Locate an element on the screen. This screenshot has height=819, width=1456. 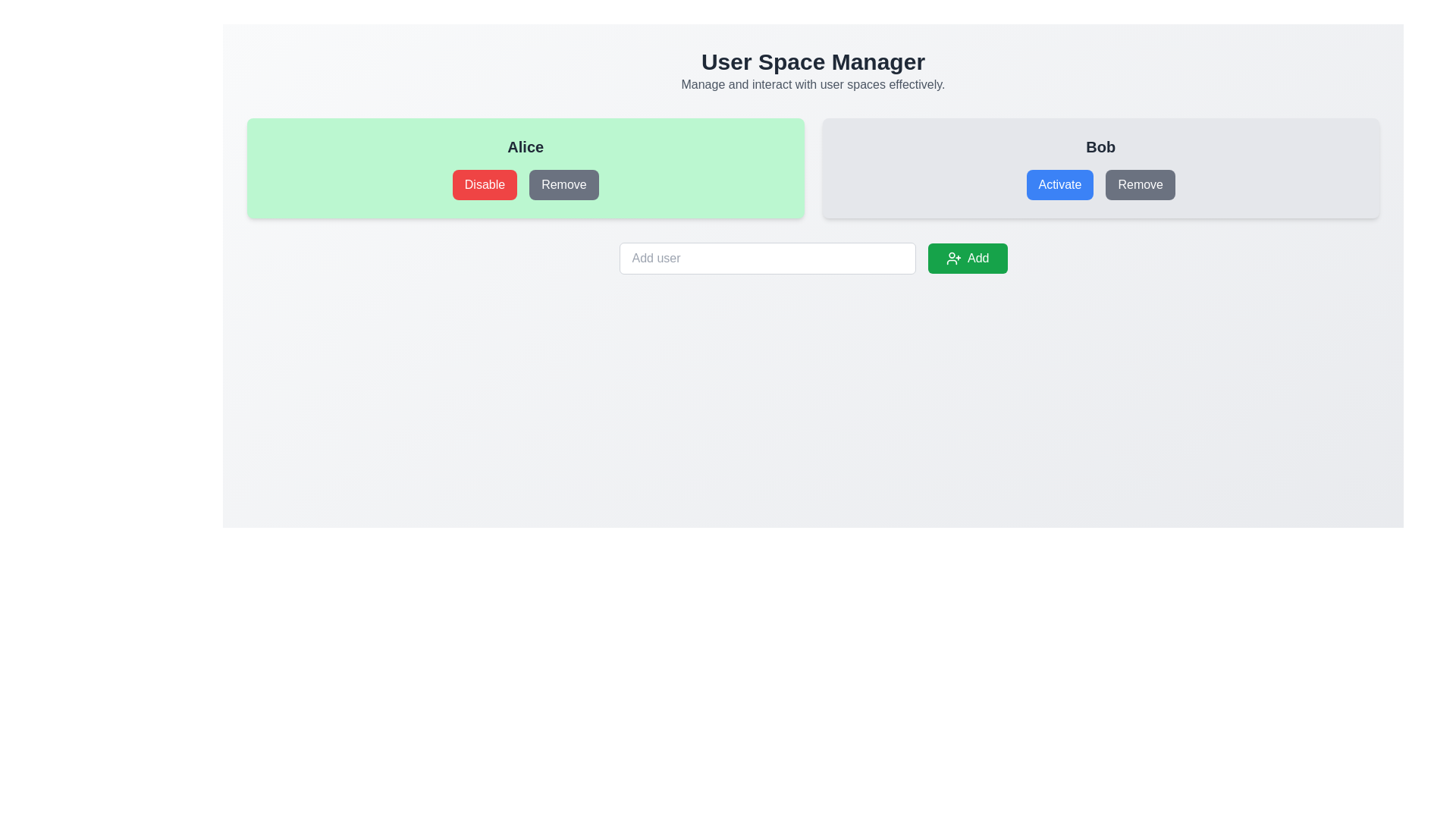
the icon within the green 'Add' button is located at coordinates (952, 257).